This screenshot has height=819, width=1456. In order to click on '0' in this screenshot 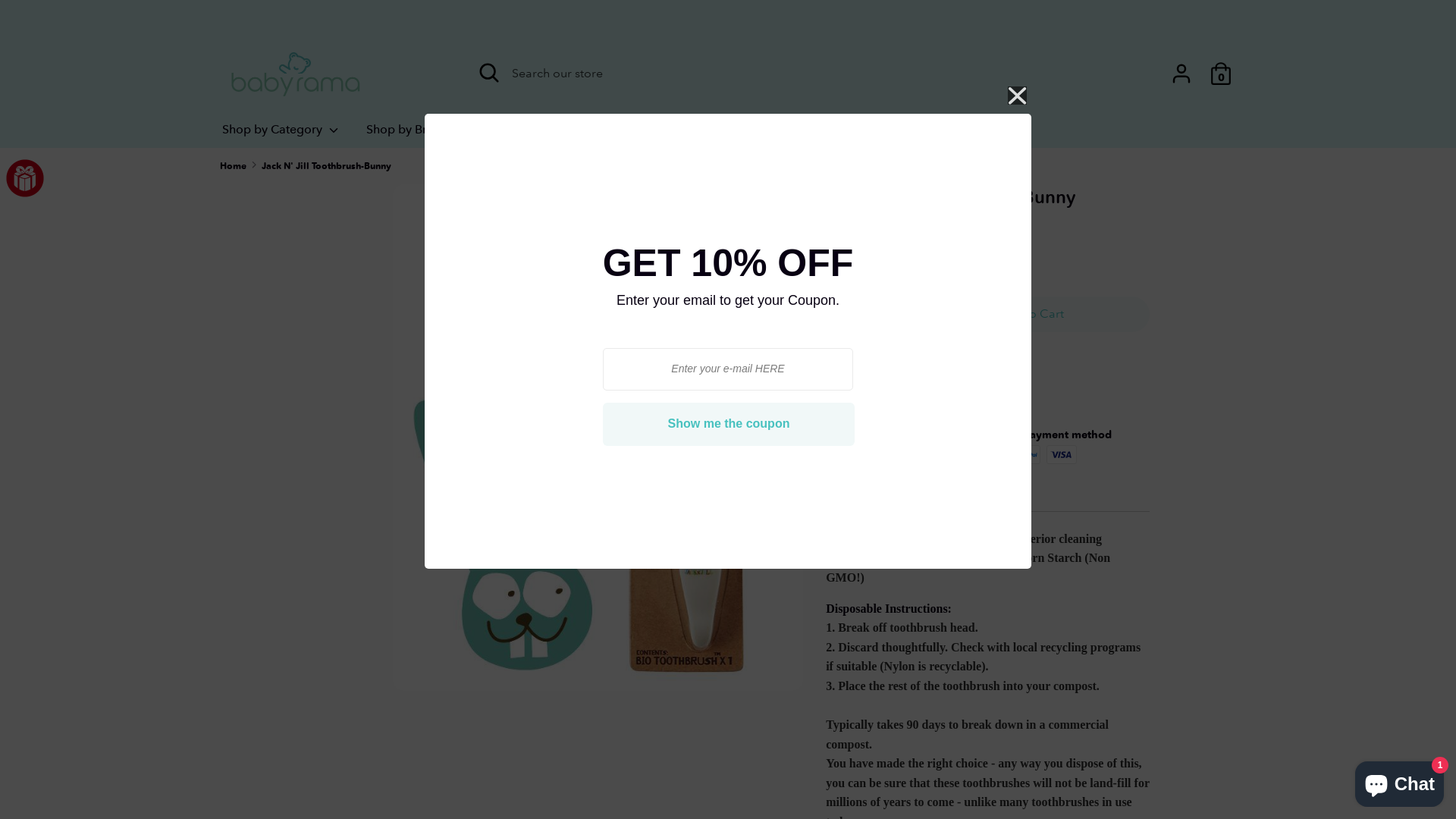, I will do `click(1215, 67)`.